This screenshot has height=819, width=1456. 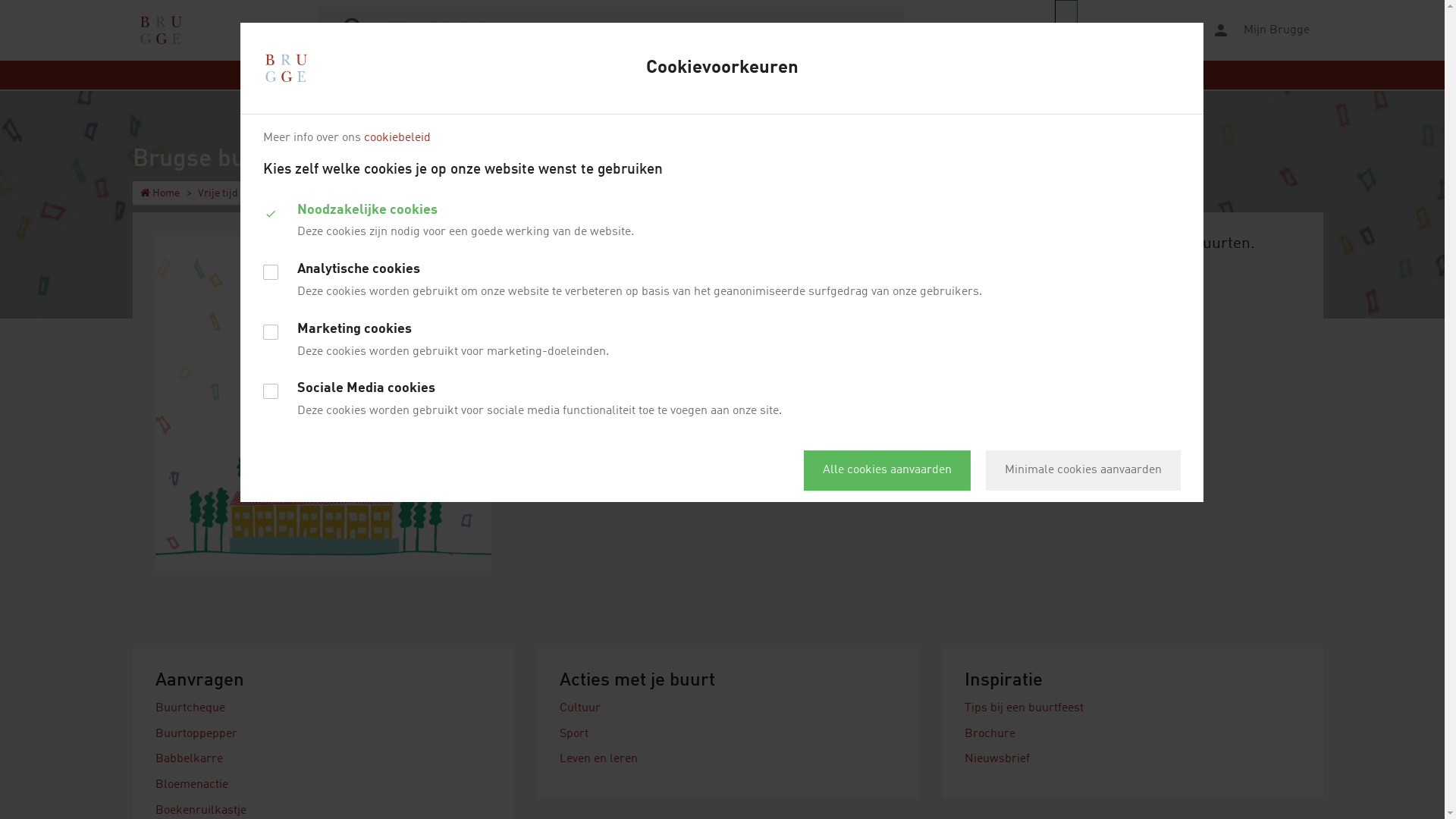 I want to click on 'Home', so click(x=160, y=192).